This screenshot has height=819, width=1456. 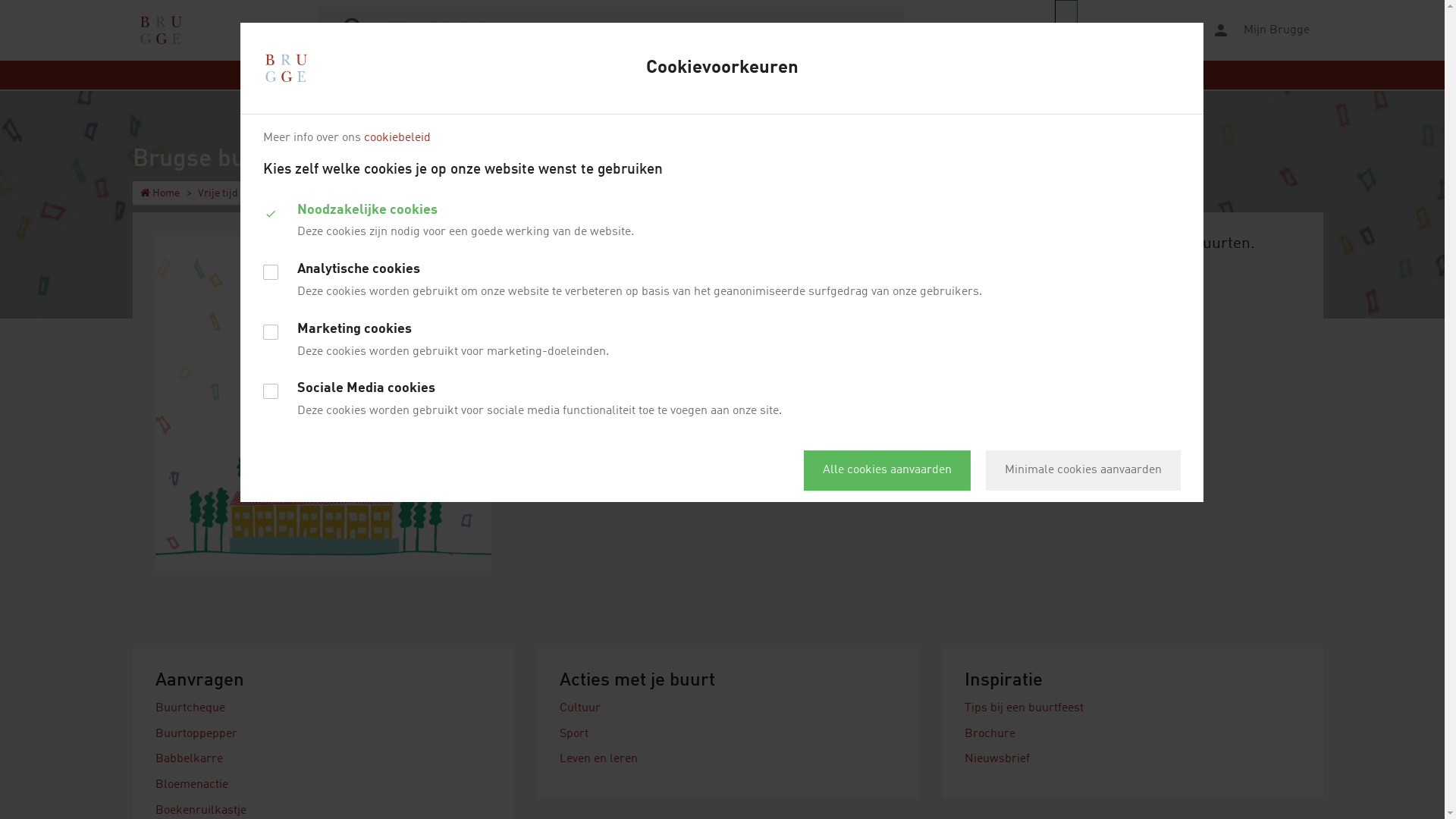 I want to click on 'Home', so click(x=160, y=192).